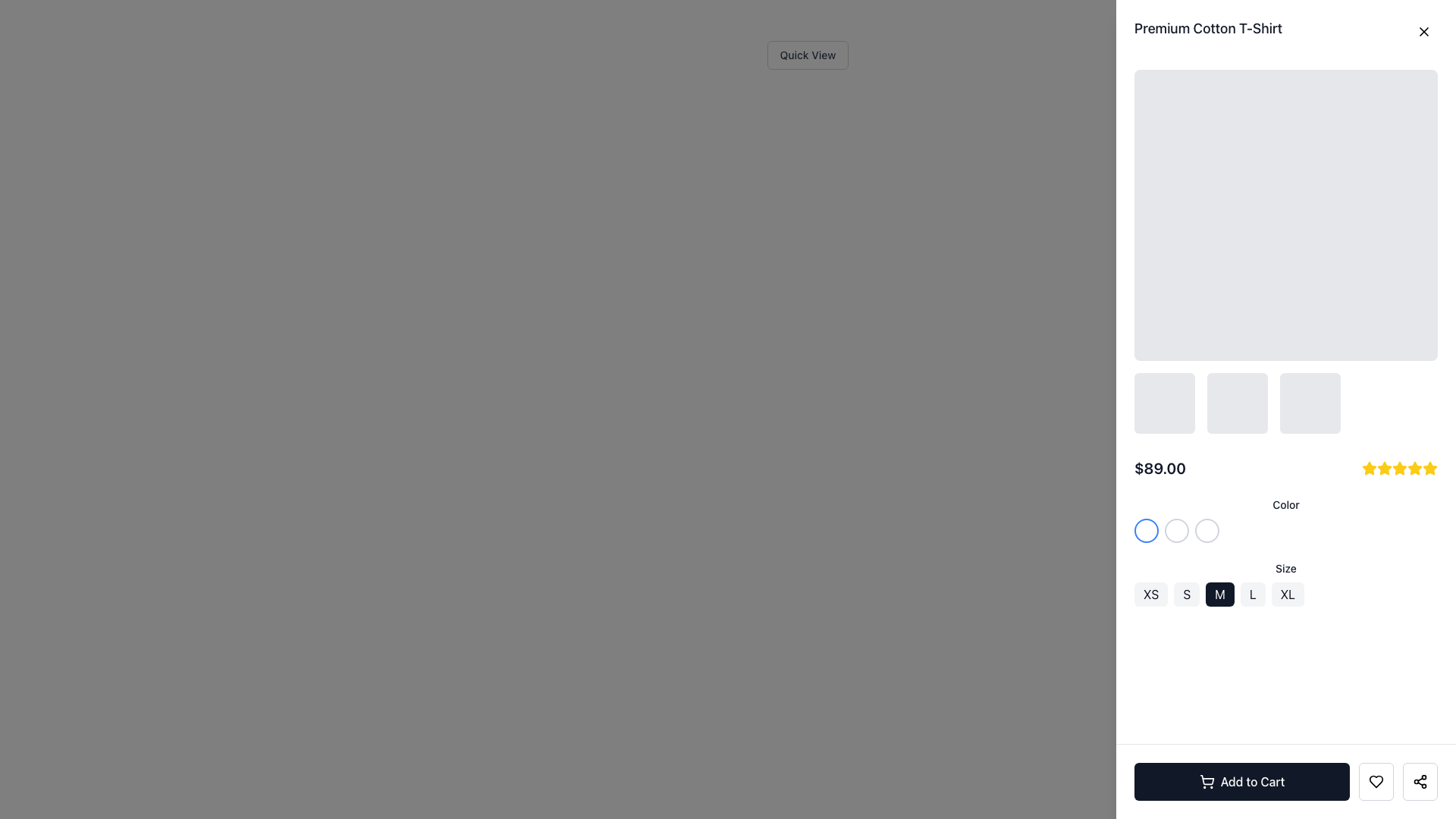 Image resolution: width=1456 pixels, height=819 pixels. I want to click on the rightmost button in the bottom section of the panel to share the product information, so click(1419, 781).